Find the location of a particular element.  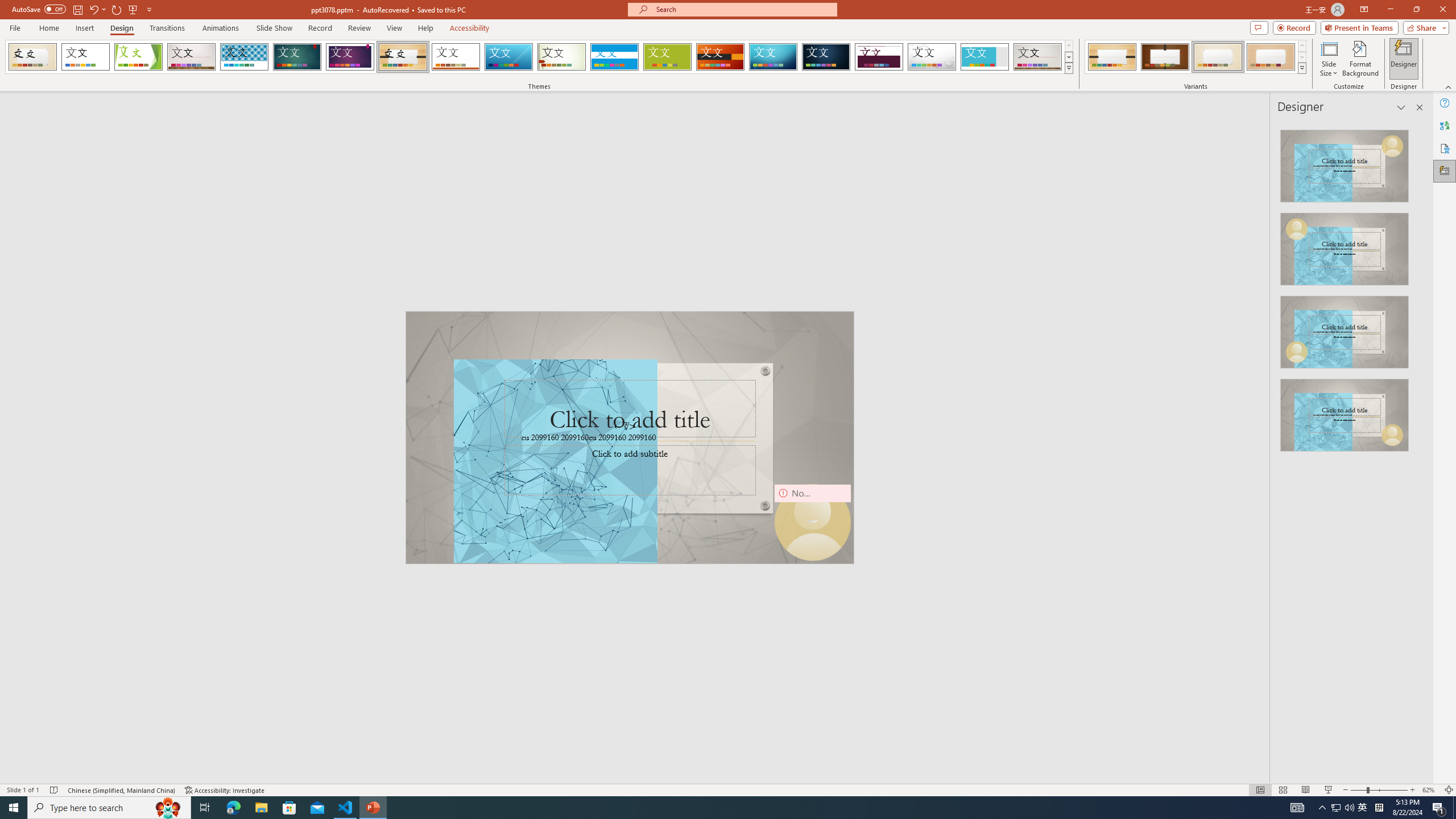

'TextBox 61' is located at coordinates (628, 438).